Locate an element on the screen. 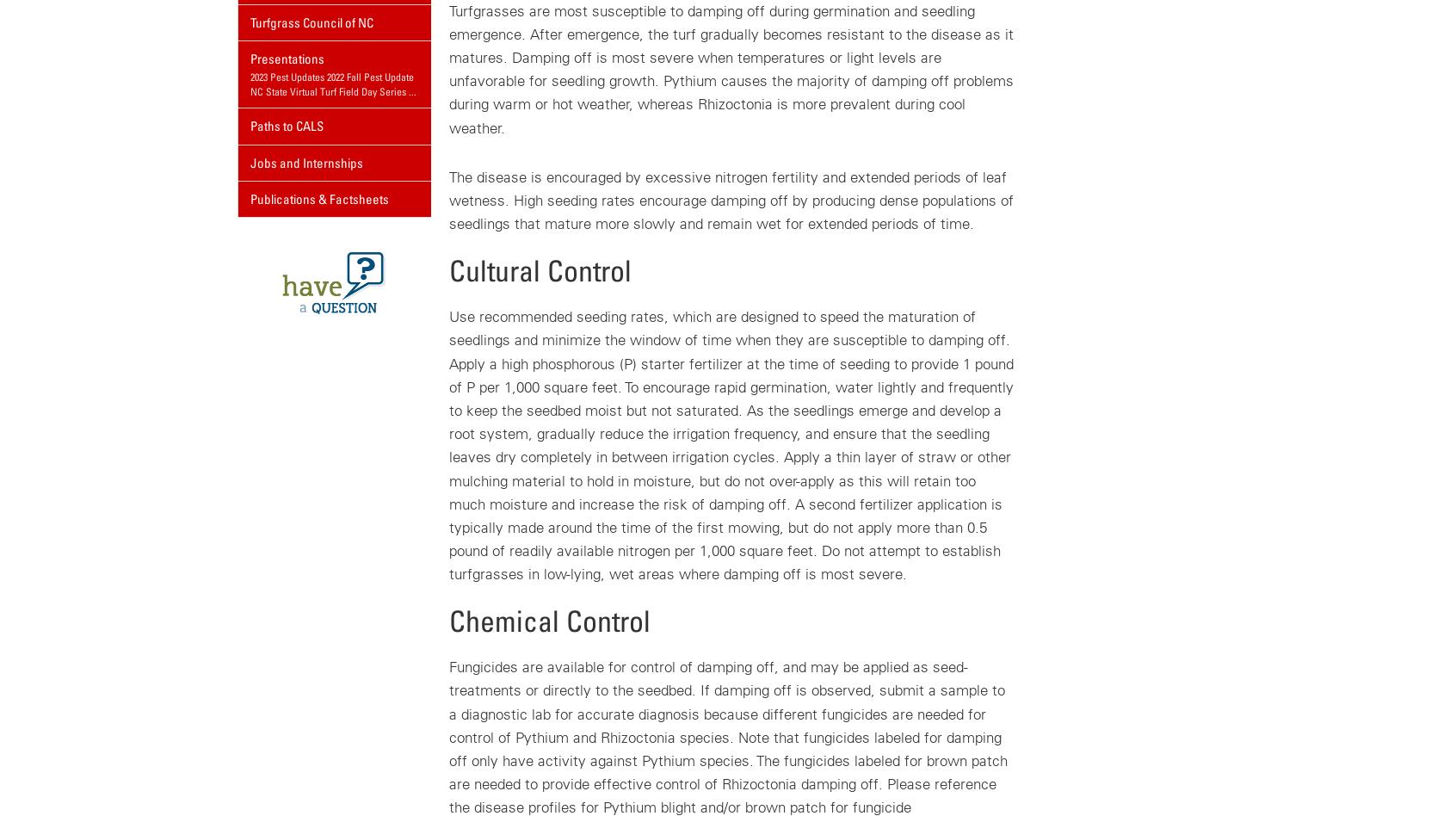 This screenshot has width=1456, height=816. 'Collapse ▲' is located at coordinates (490, 100).